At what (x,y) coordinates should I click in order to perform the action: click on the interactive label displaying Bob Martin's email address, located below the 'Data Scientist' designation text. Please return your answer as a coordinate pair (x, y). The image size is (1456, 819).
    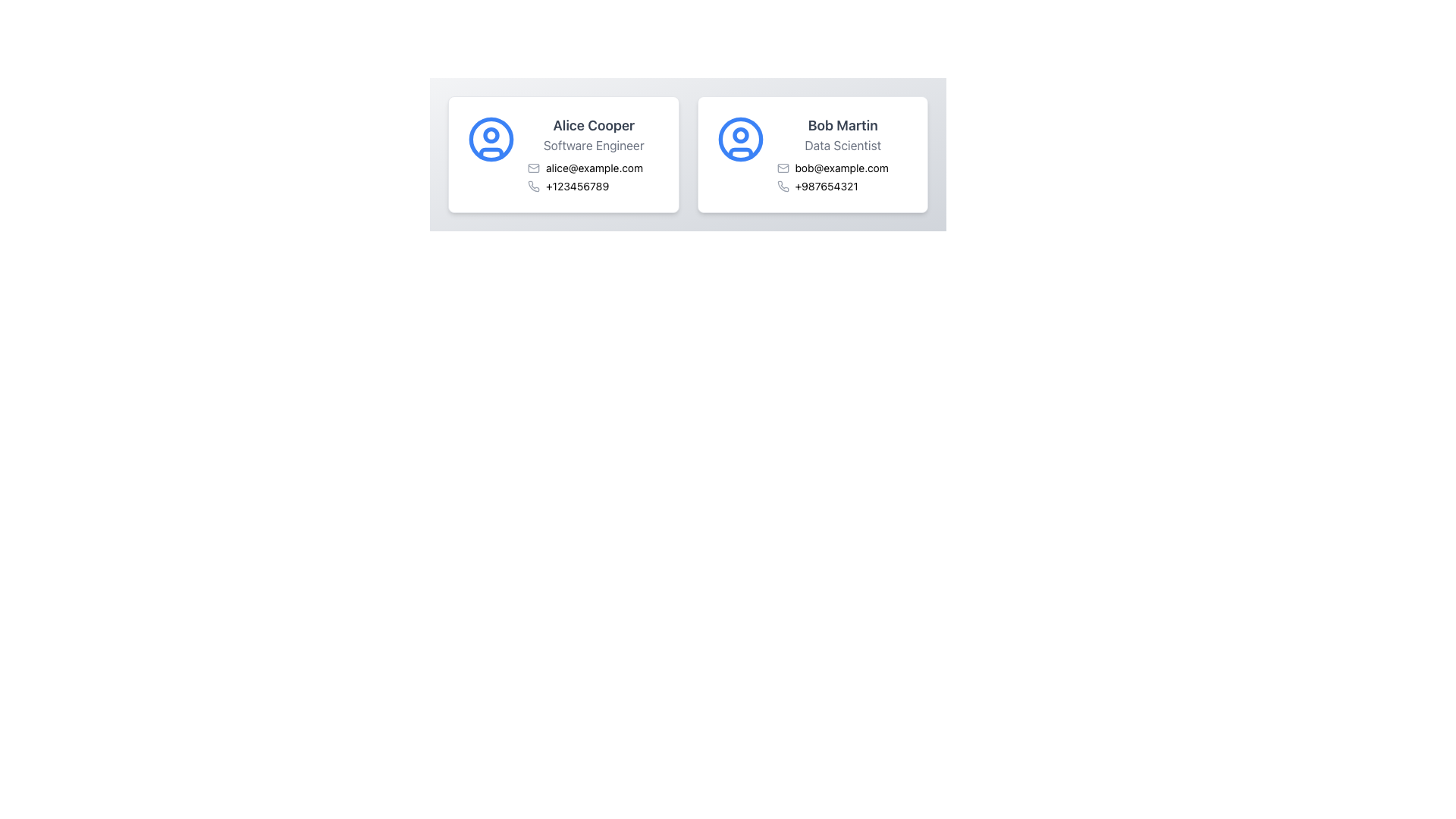
    Looking at the image, I should click on (842, 168).